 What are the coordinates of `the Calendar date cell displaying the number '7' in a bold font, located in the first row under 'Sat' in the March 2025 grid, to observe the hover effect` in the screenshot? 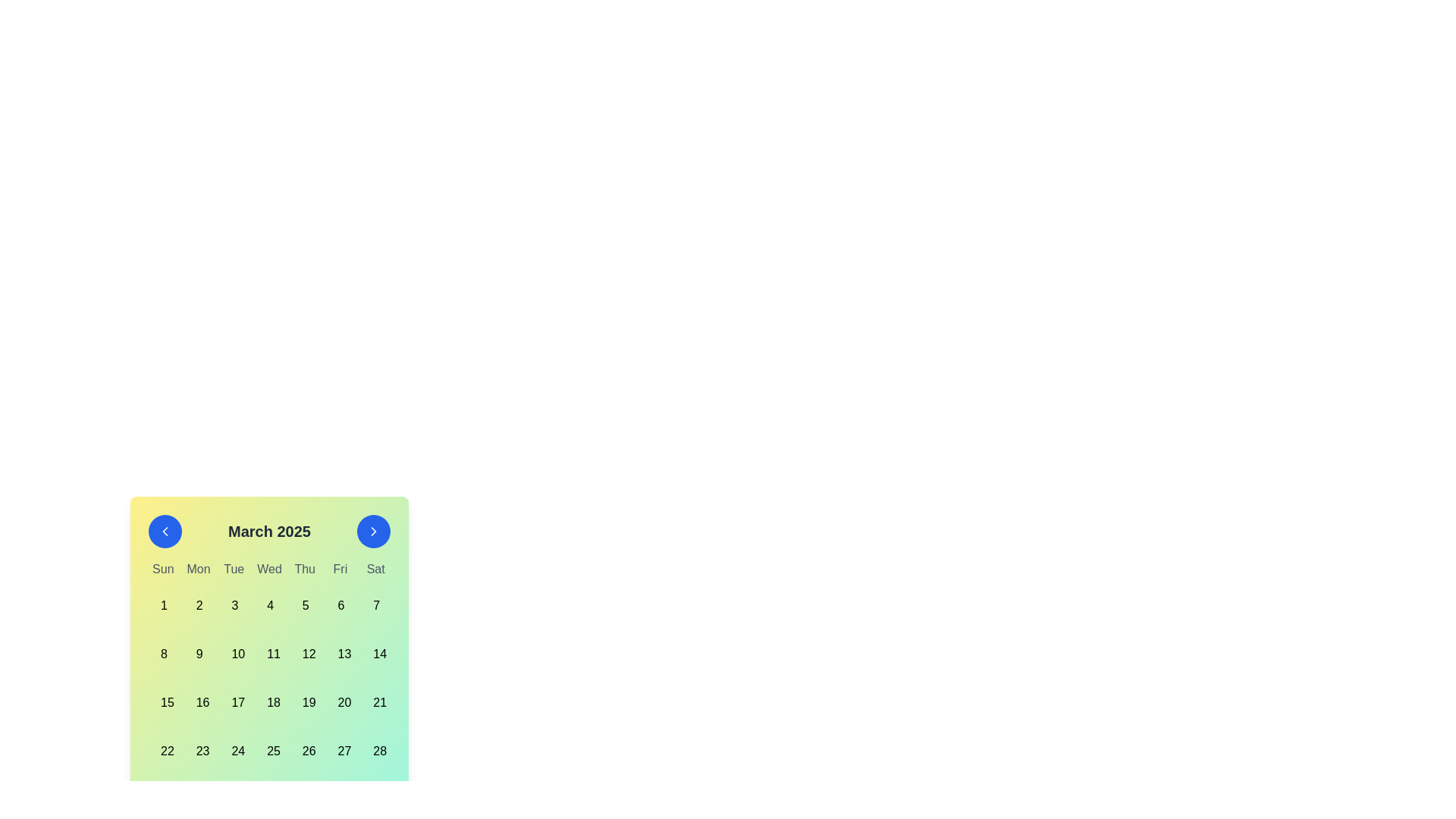 It's located at (375, 604).